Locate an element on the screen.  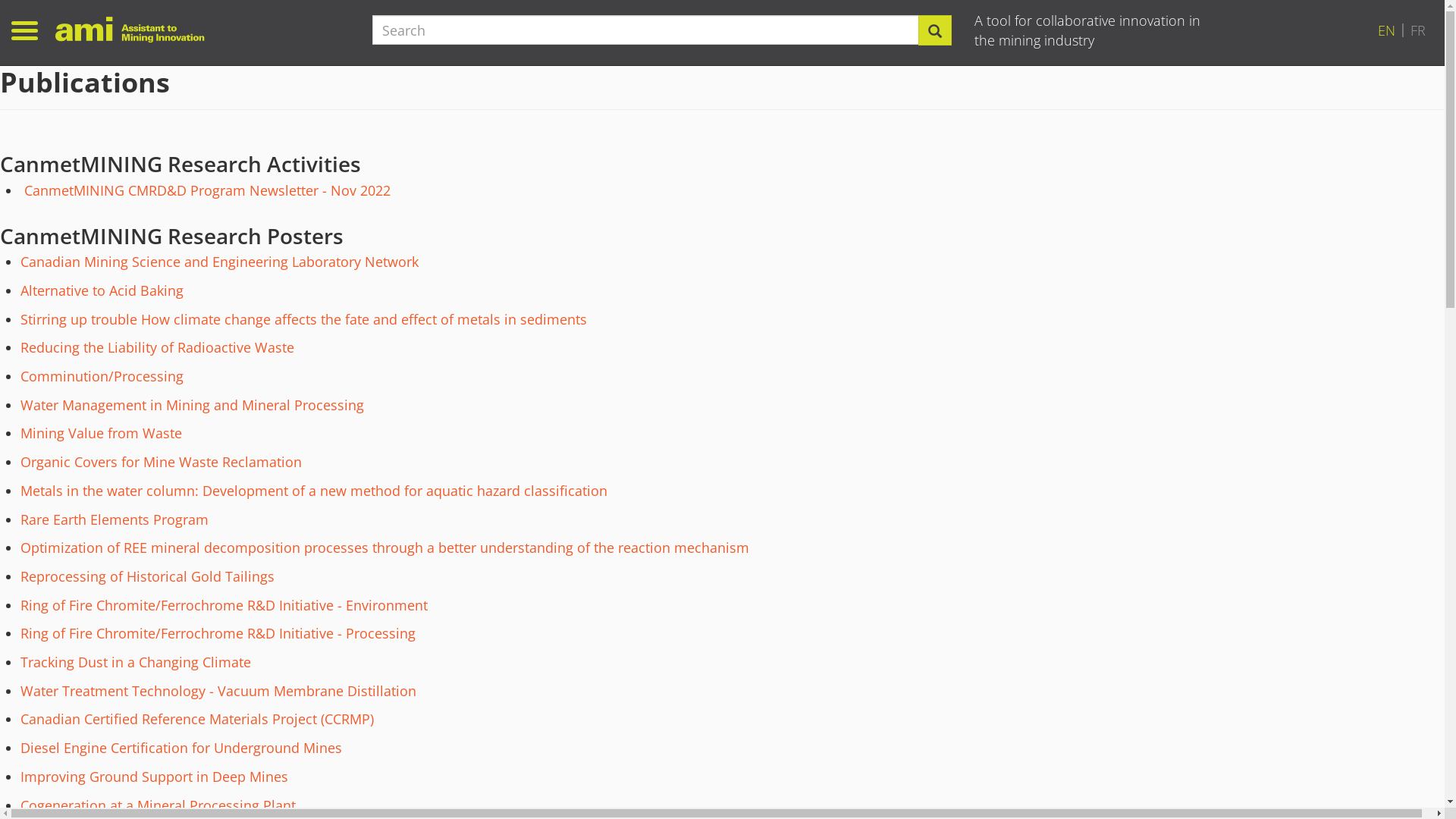
'Mining Value from Waste' is located at coordinates (100, 432).